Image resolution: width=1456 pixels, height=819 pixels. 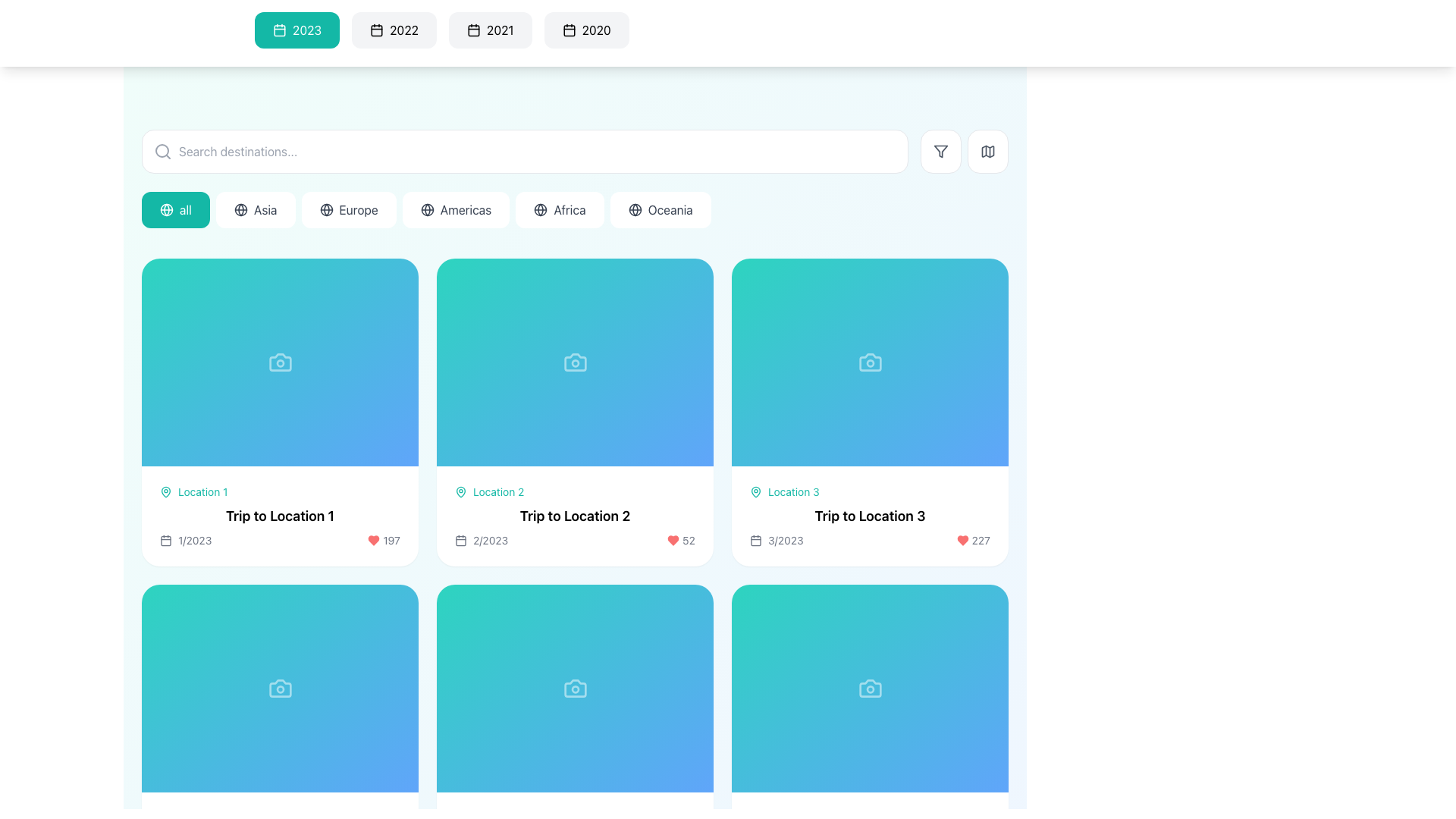 What do you see at coordinates (870, 688) in the screenshot?
I see `the camera icon located in the sixth card of the grid layout, which is positioned in the second row and third column, indicating its functionality for image interaction` at bounding box center [870, 688].